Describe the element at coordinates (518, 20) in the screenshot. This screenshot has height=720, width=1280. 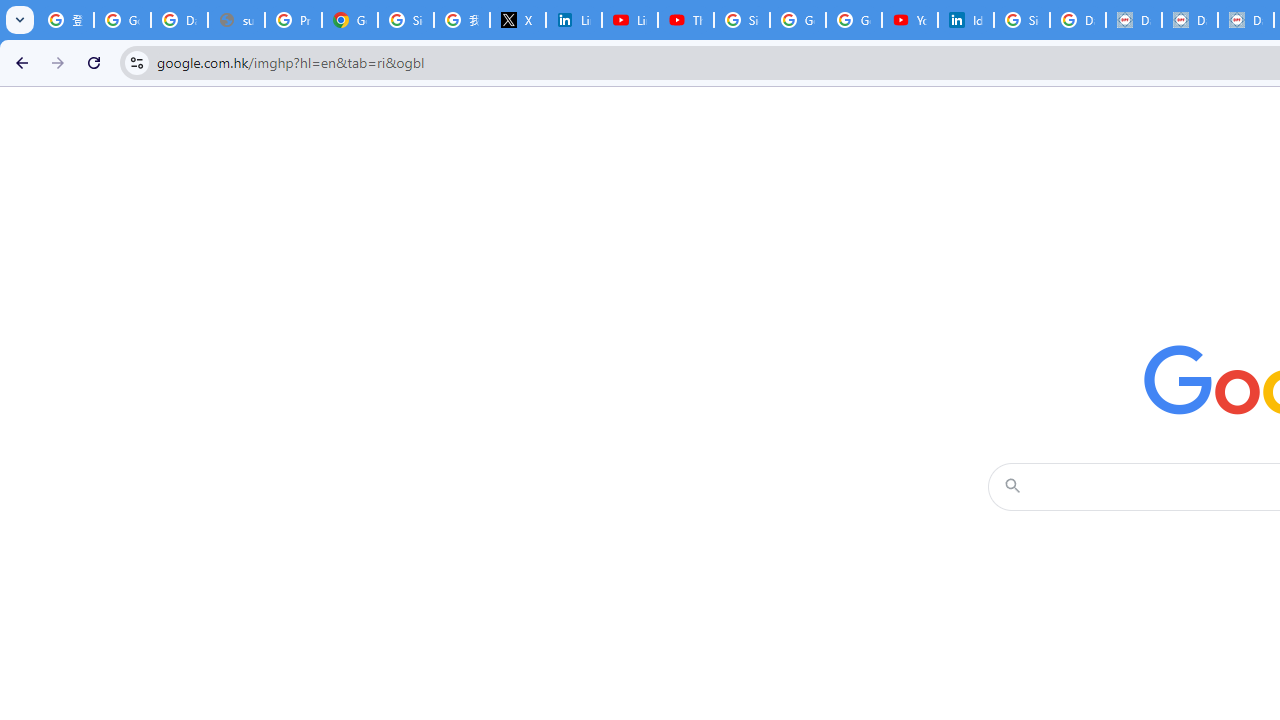
I see `'X'` at that location.